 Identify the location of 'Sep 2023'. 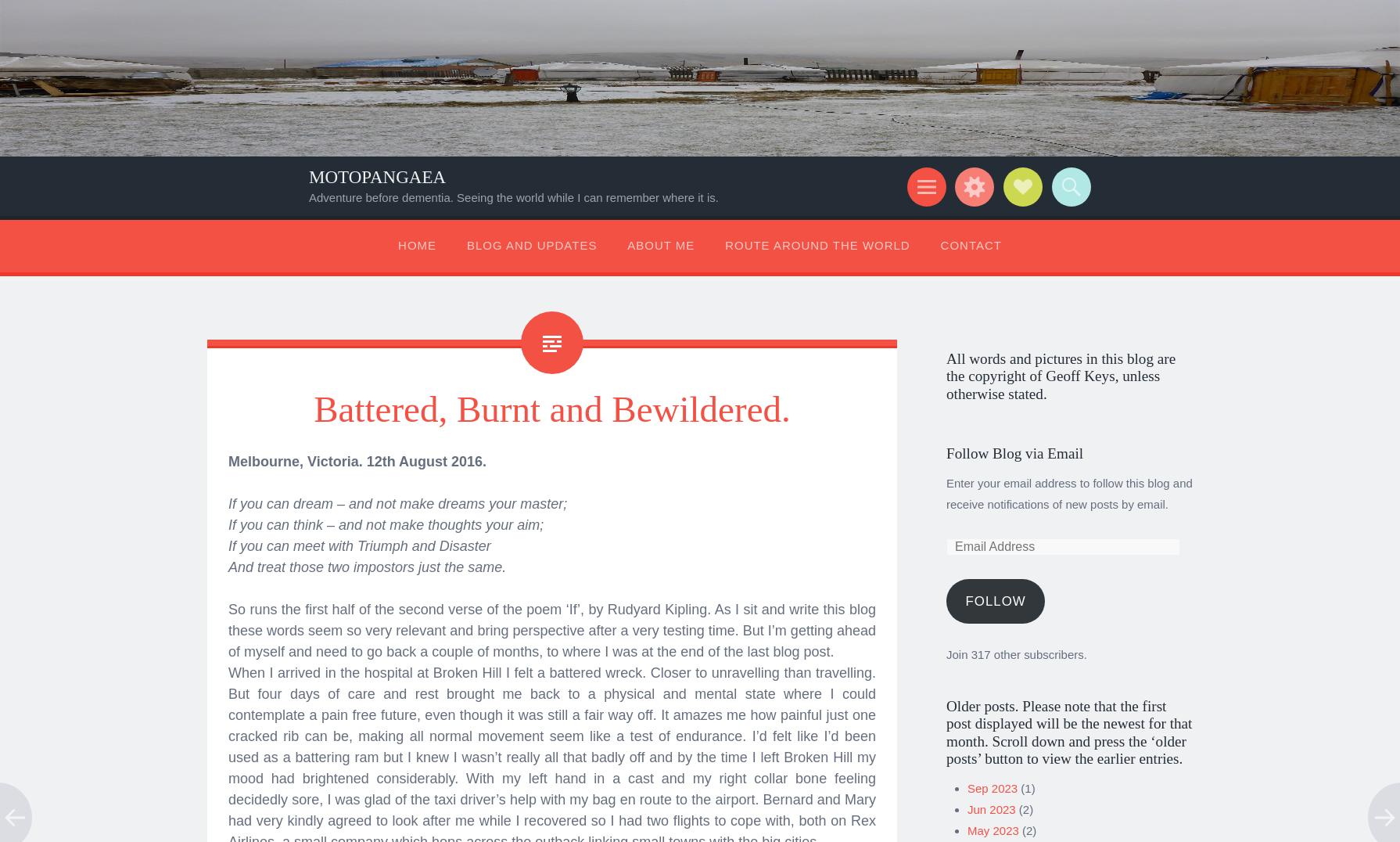
(992, 782).